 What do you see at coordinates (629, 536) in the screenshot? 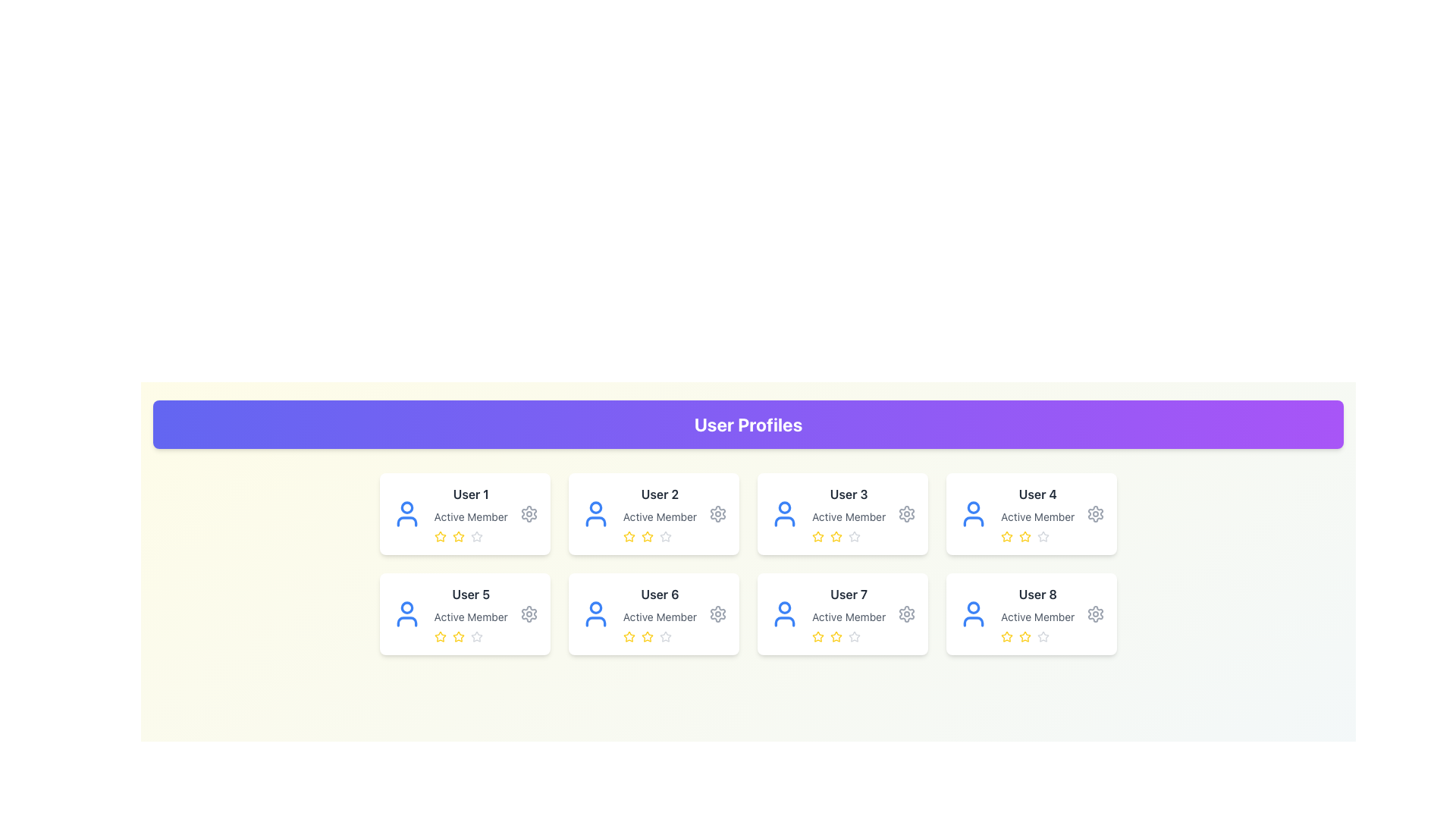
I see `the first yellow star icon in the rating system associated with 'User 2'` at bounding box center [629, 536].